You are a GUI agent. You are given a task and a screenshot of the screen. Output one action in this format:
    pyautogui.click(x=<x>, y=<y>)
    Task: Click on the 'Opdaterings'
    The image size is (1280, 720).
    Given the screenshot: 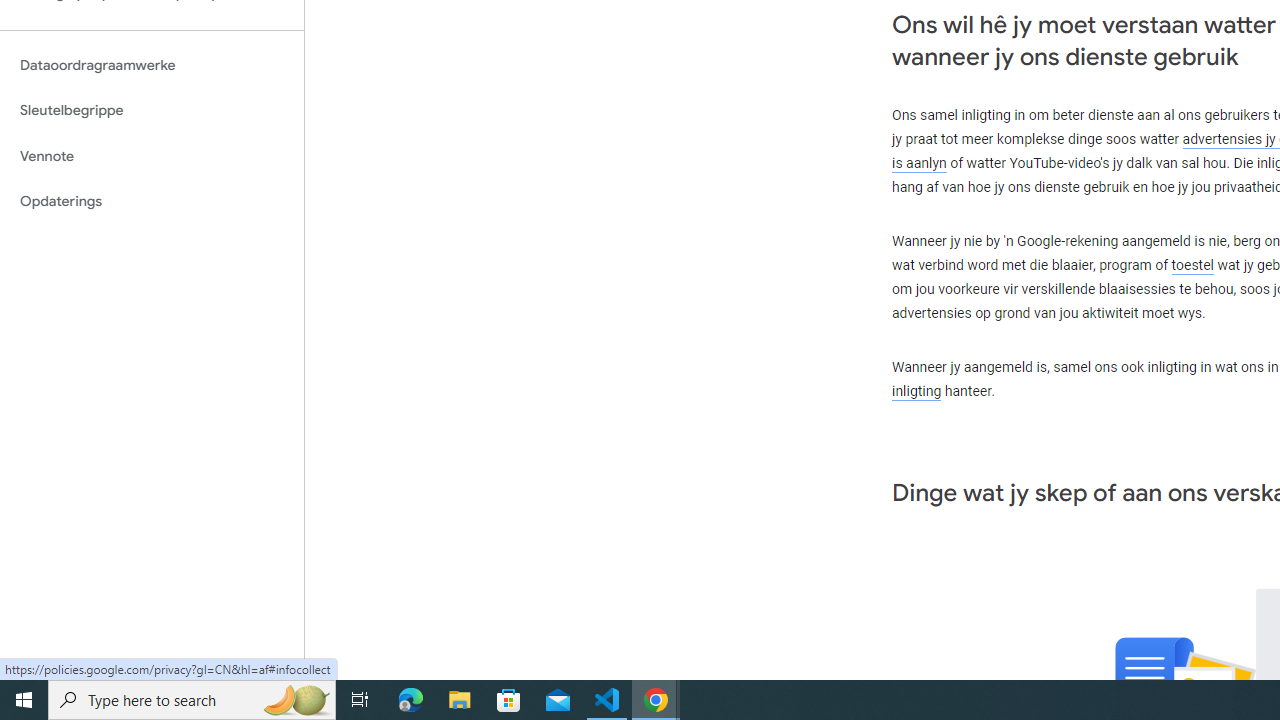 What is the action you would take?
    pyautogui.click(x=151, y=201)
    